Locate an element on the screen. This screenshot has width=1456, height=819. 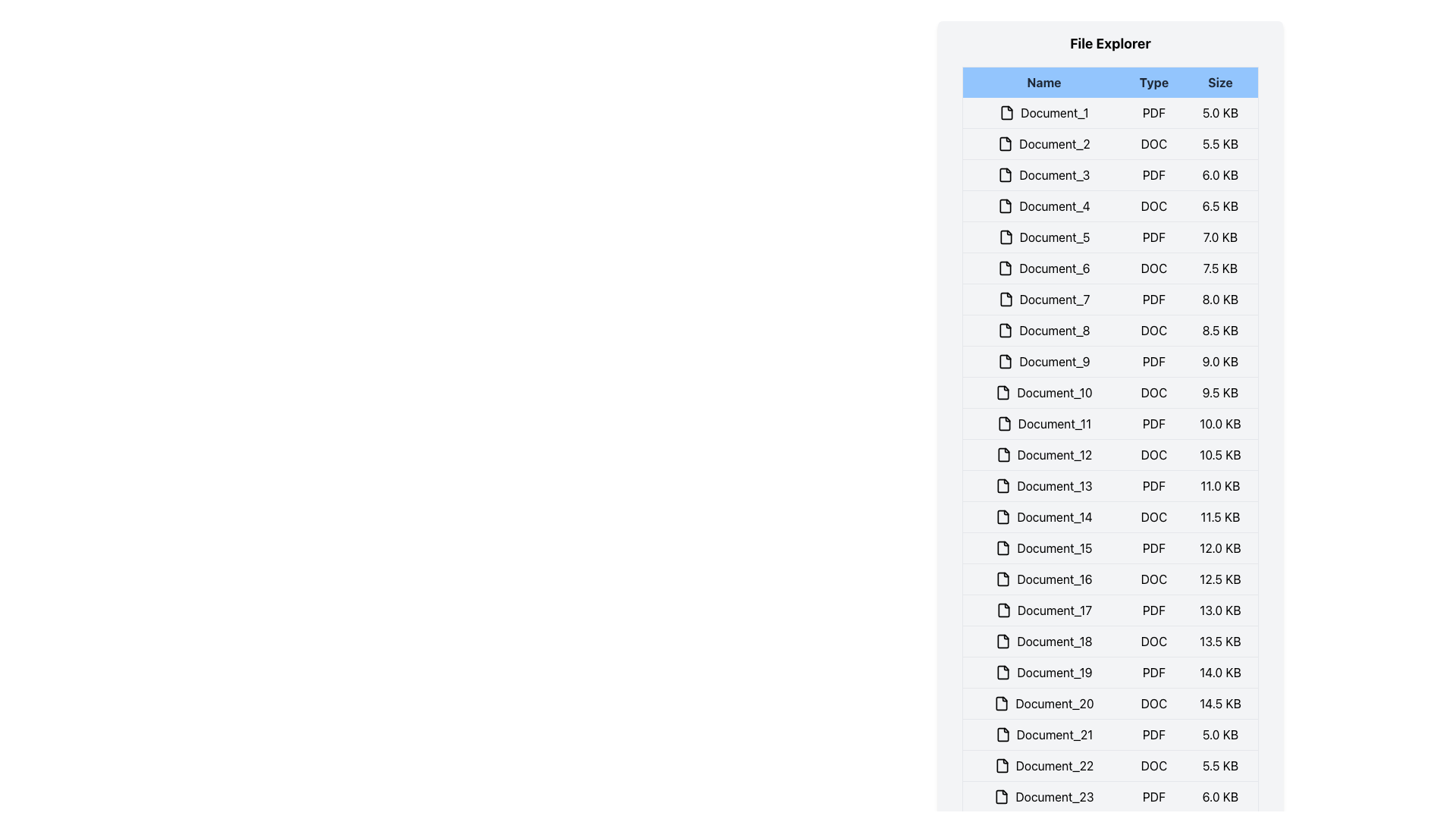
the Text label that indicates the file type for 'Document_5', which is positioned between 'Document_5' and '7.0 KB' is located at coordinates (1153, 237).